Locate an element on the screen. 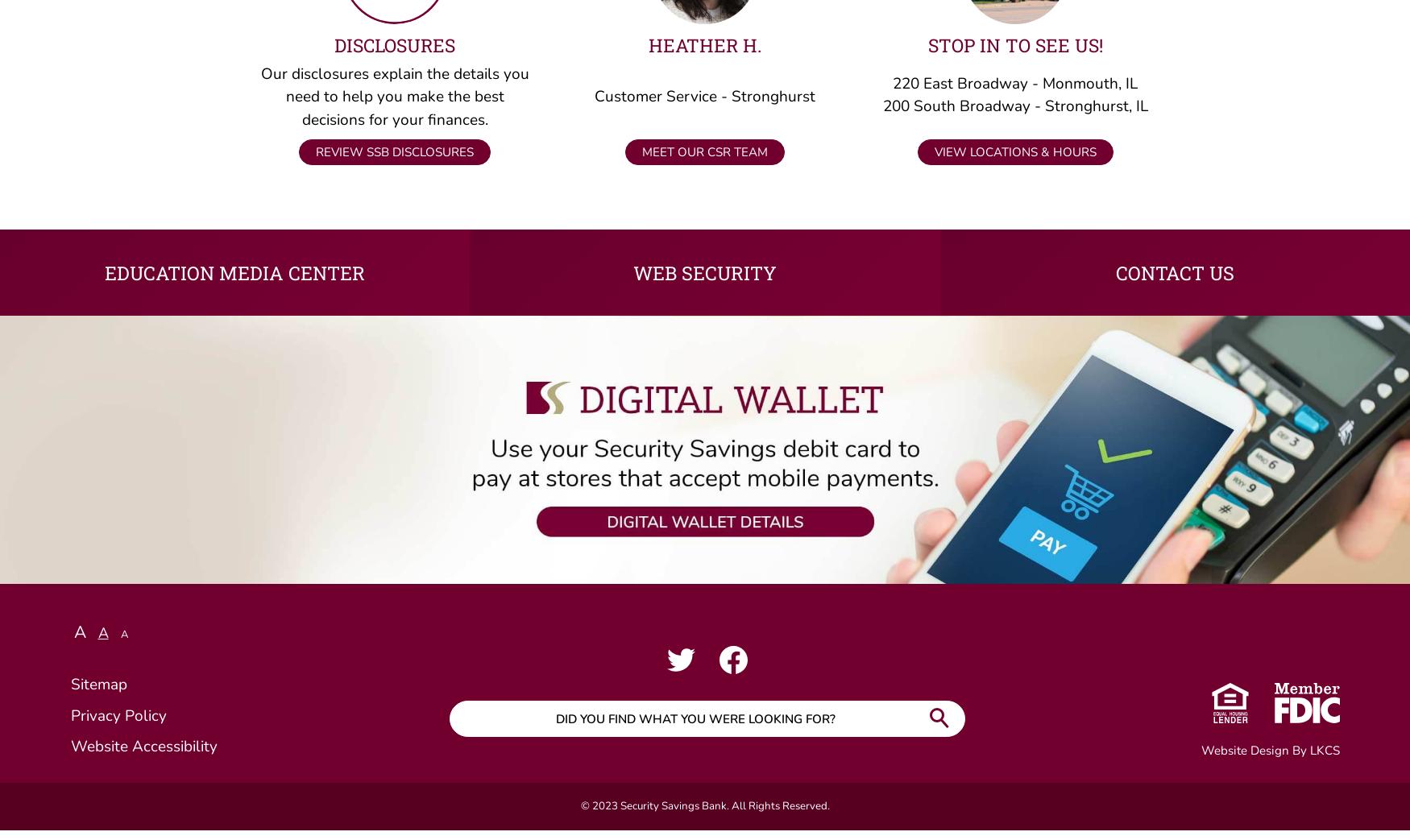  'Our disclosures explain the details you need to help you make the best decisions for your finances.' is located at coordinates (260, 105).